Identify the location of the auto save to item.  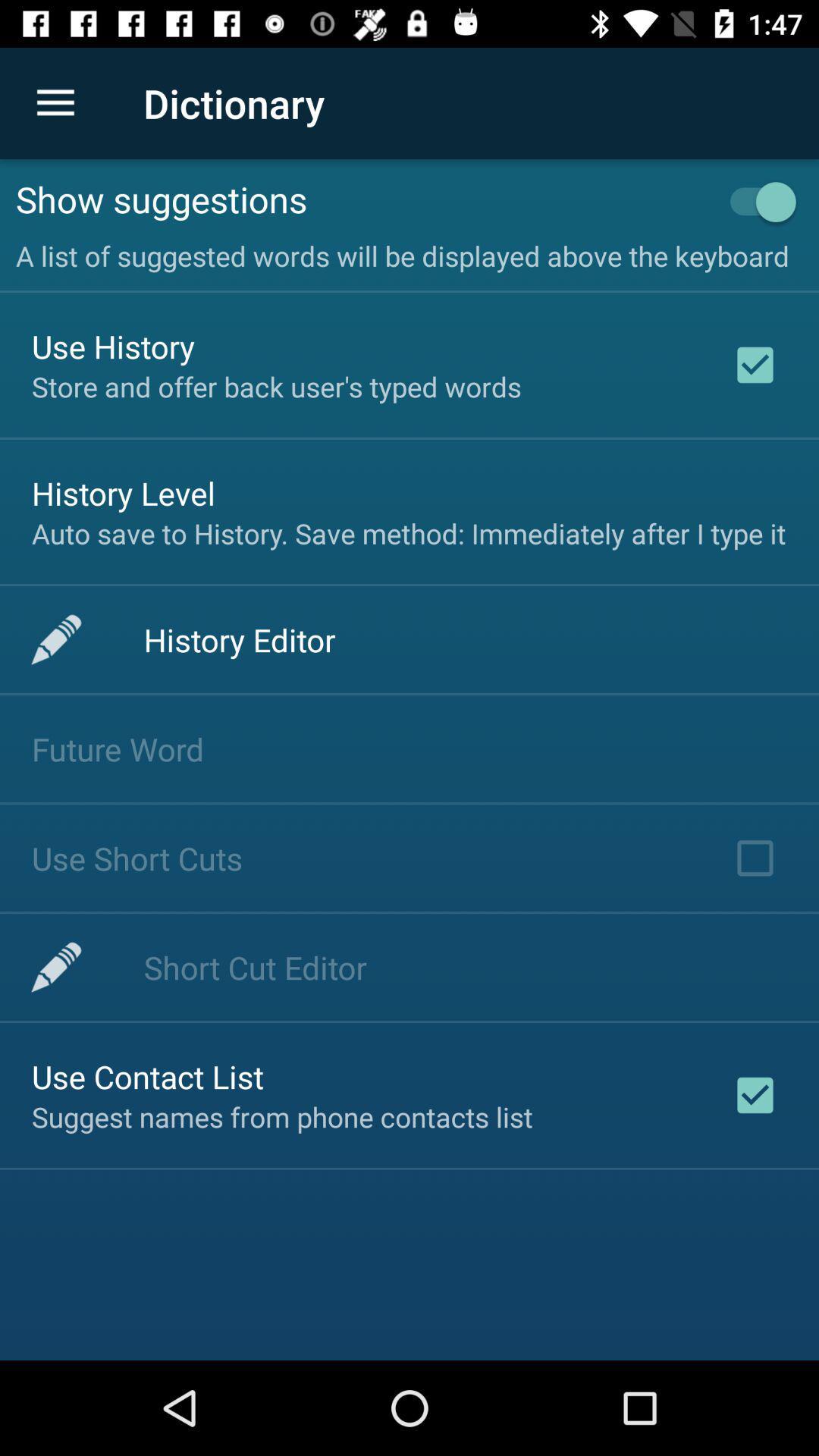
(408, 533).